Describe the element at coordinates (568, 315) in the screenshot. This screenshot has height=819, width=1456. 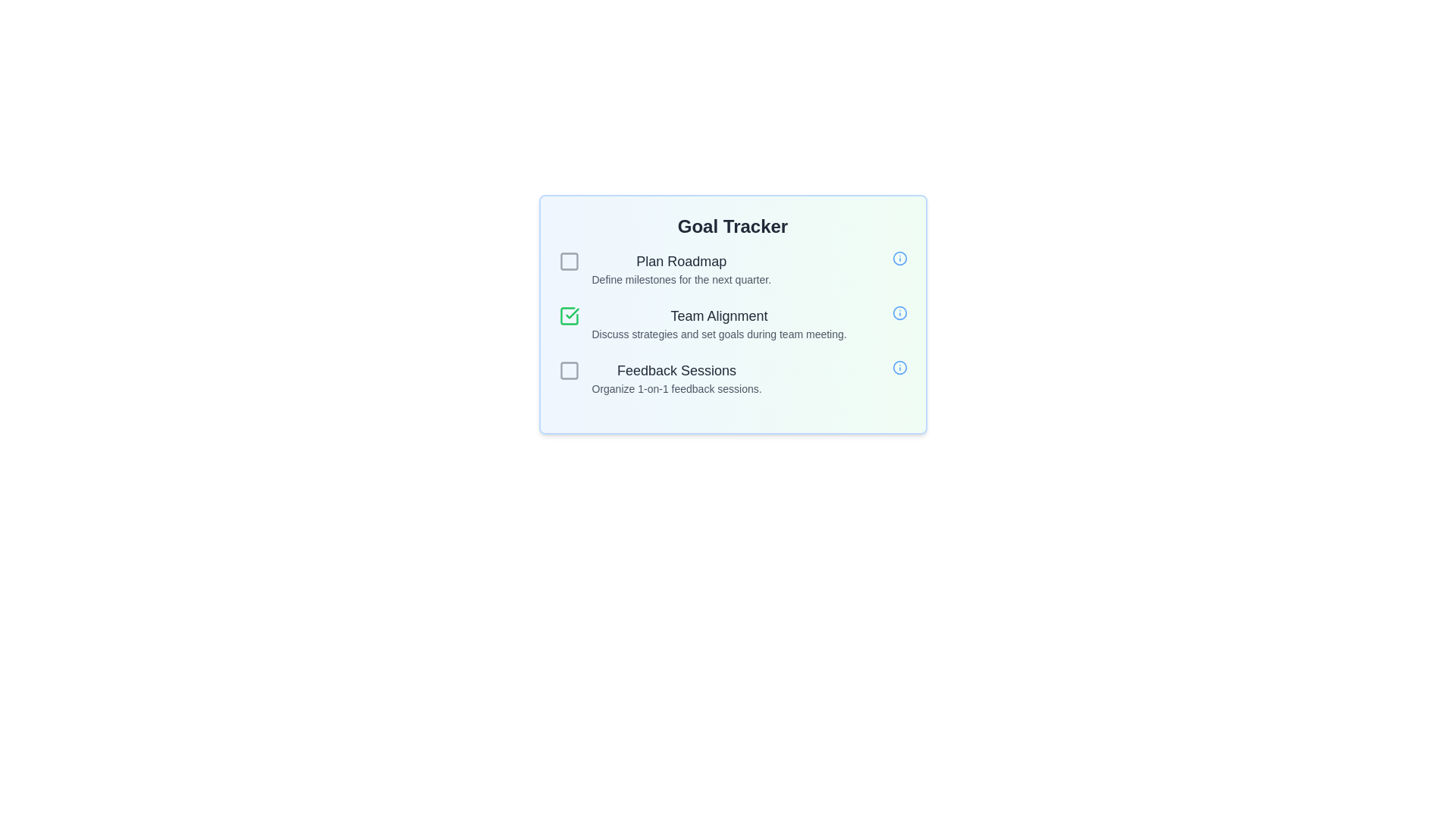
I see `the checkbox` at that location.